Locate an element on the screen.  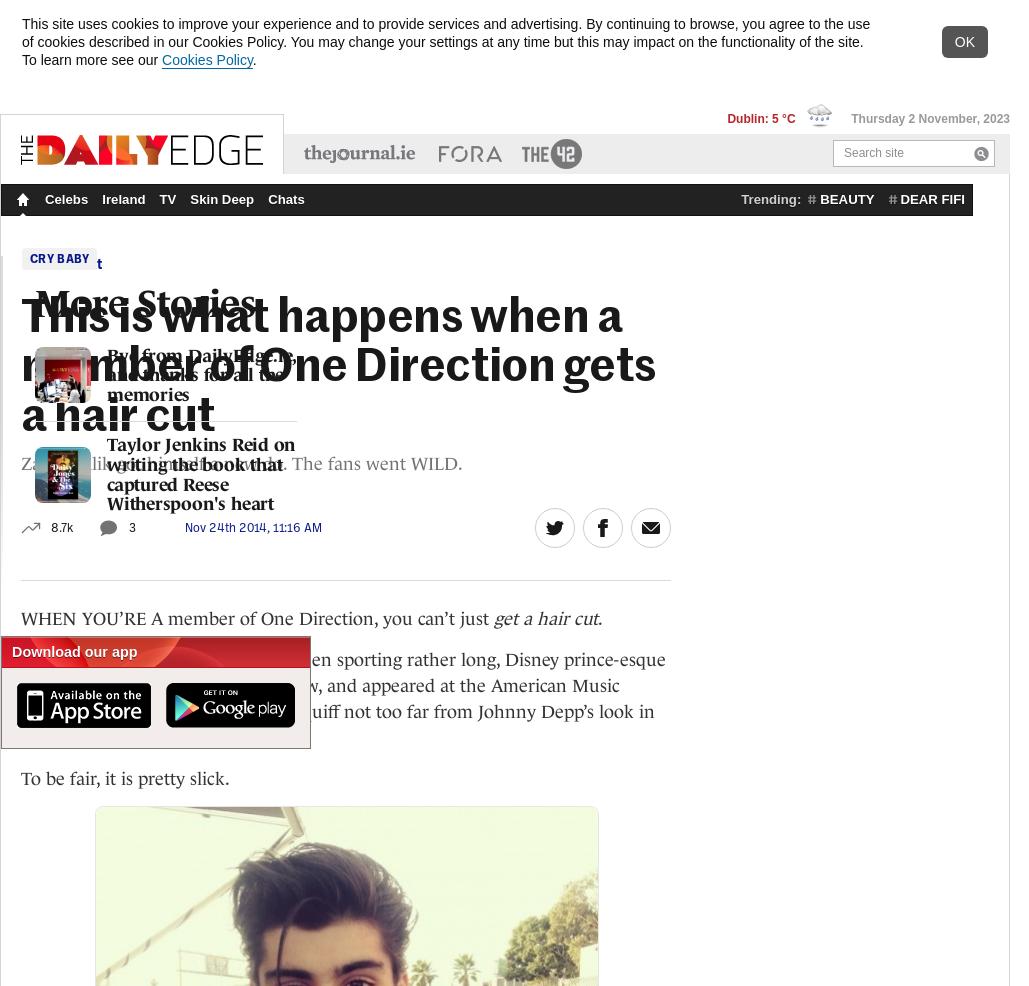
'beauty' is located at coordinates (819, 198).